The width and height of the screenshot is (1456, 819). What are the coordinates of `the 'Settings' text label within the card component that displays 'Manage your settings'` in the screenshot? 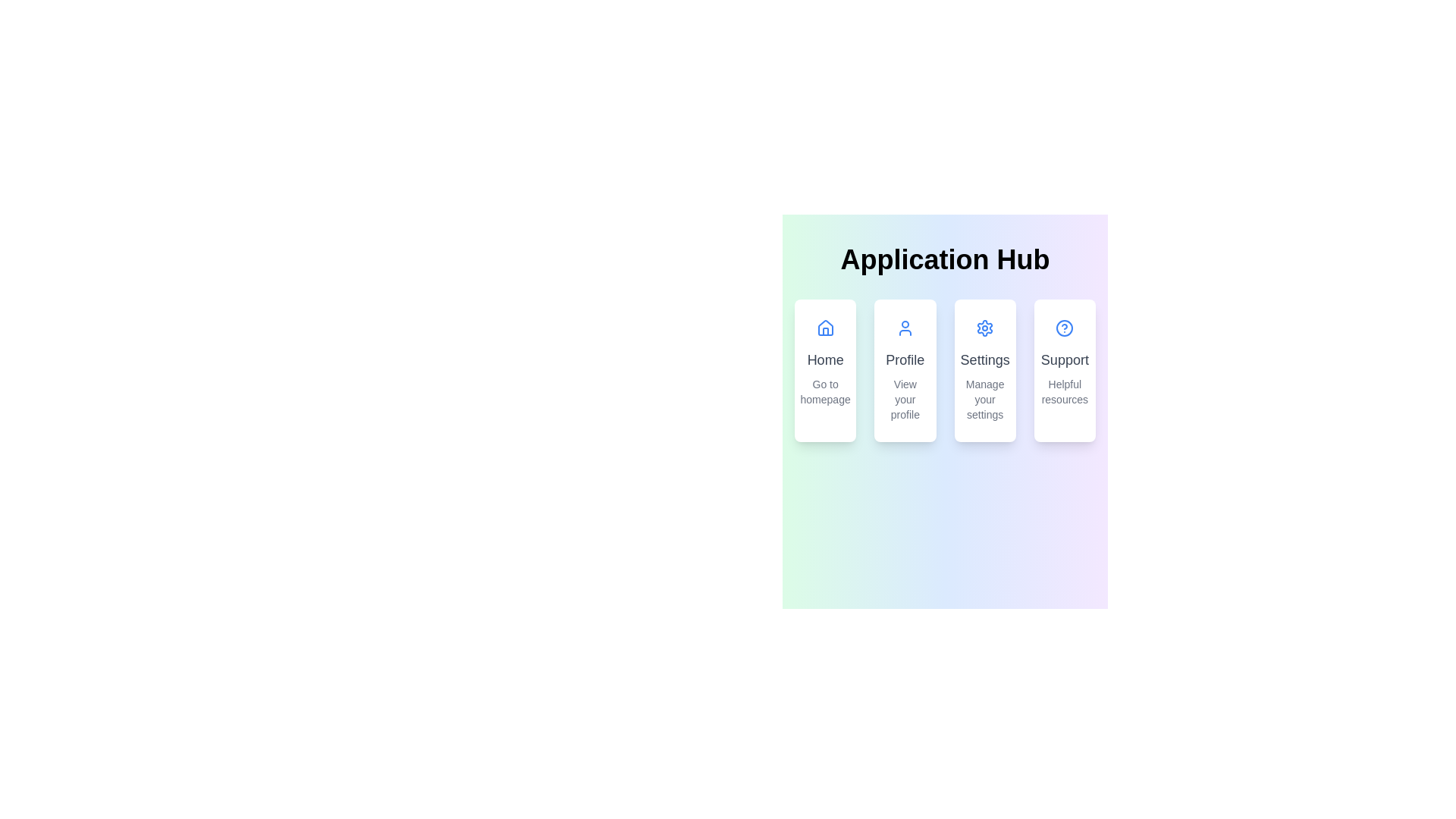 It's located at (985, 359).